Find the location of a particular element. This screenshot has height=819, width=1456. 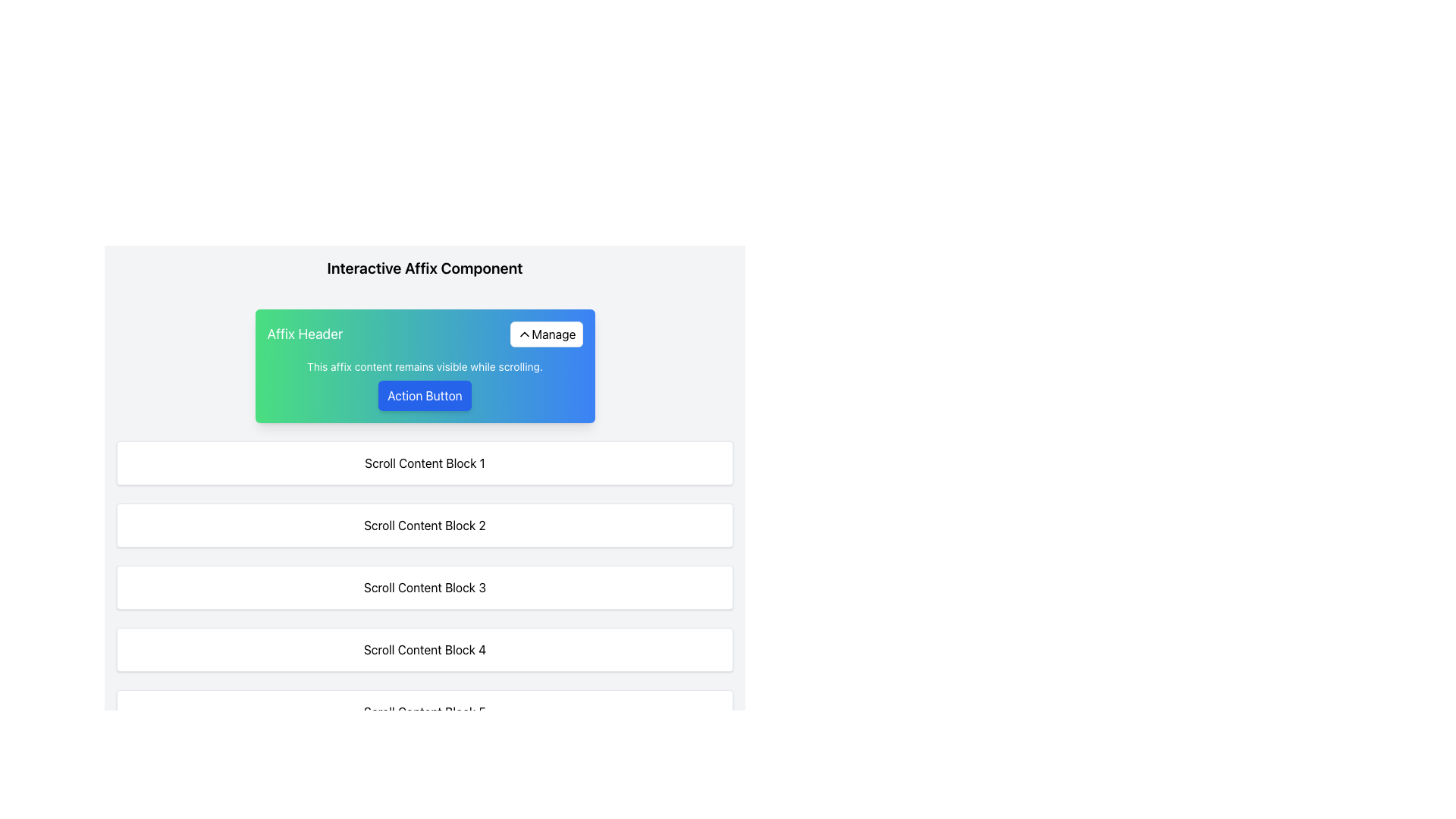

the second static content block in the scrollable list, located between 'Scroll Content Block 1' and 'Scroll Content Block 3' is located at coordinates (425, 525).